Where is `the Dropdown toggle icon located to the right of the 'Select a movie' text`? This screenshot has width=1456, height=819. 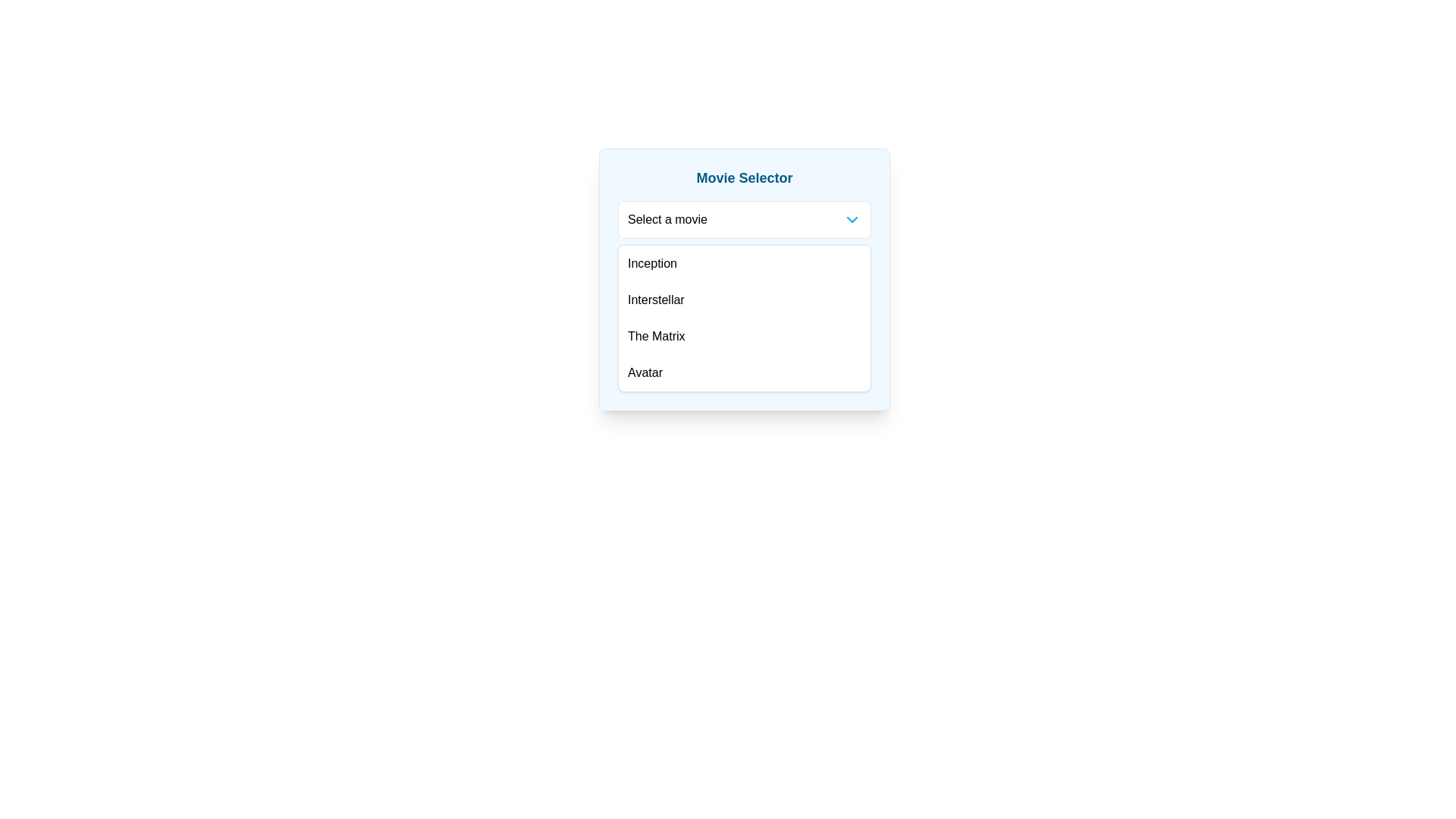
the Dropdown toggle icon located to the right of the 'Select a movie' text is located at coordinates (852, 219).